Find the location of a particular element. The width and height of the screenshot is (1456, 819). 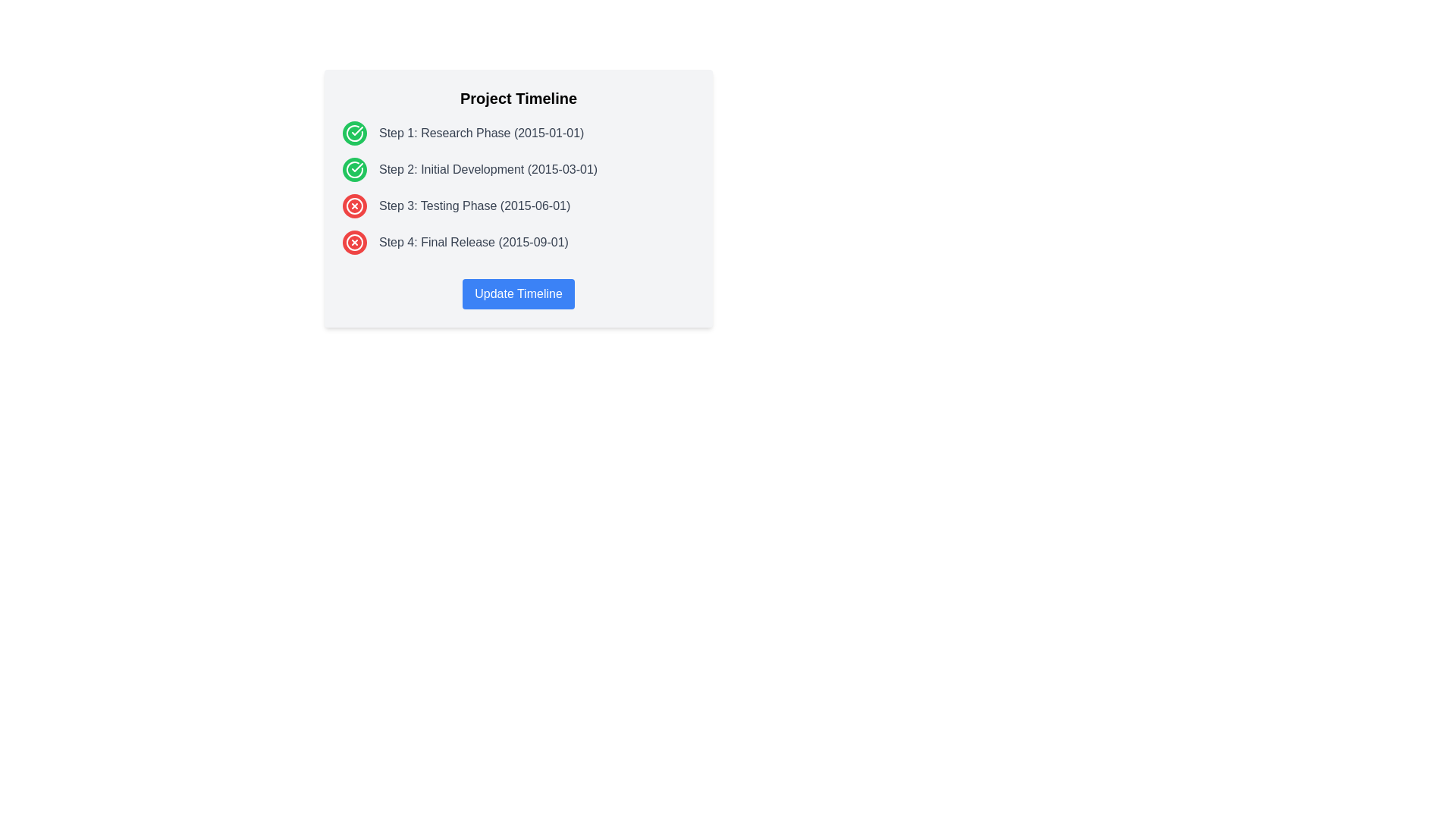

the third step in the project timeline, which indicates an unachieved or failed phase with a red circular icon is located at coordinates (519, 206).